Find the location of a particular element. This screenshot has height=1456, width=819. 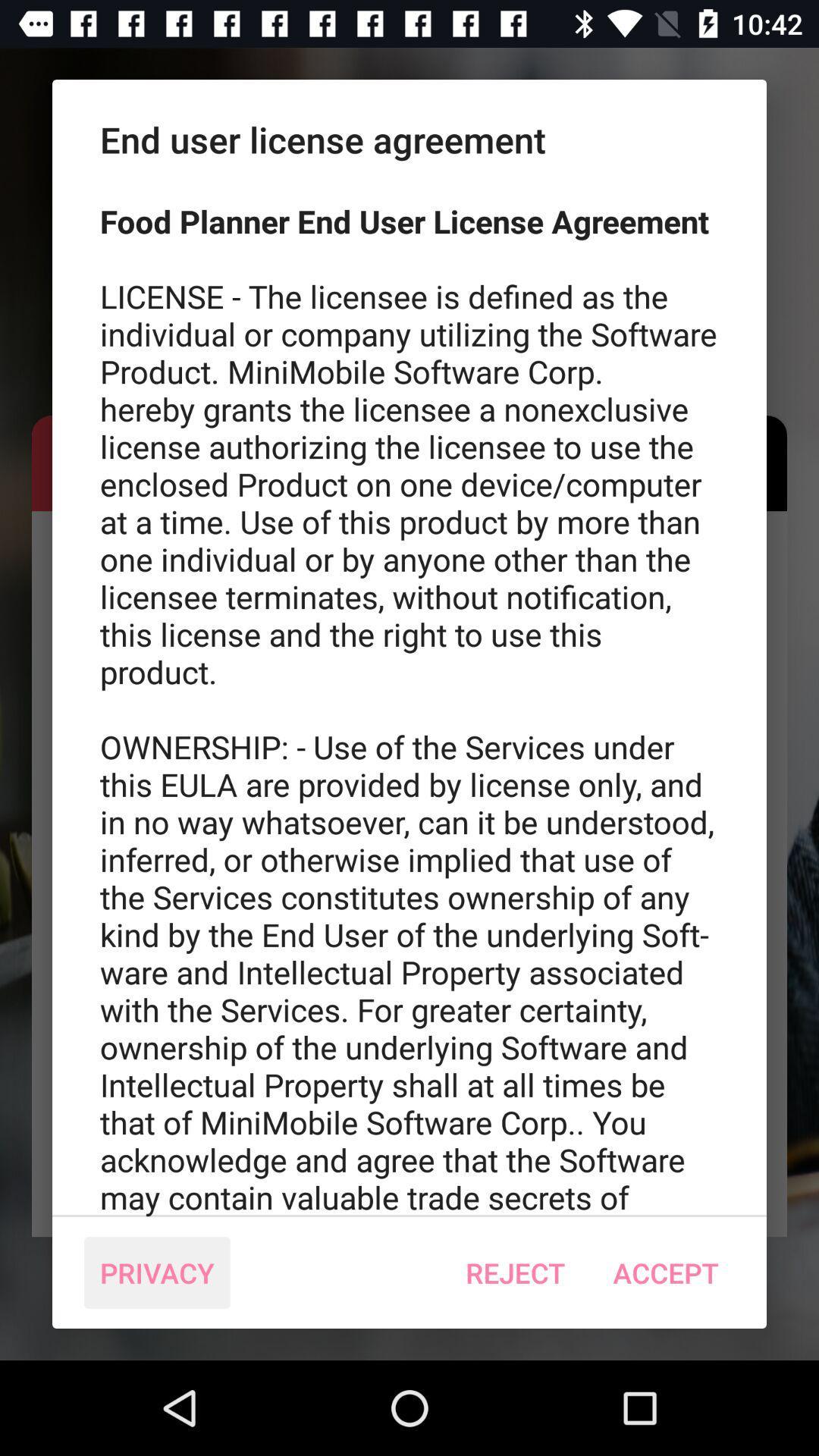

the icon at the bottom left corner is located at coordinates (157, 1272).